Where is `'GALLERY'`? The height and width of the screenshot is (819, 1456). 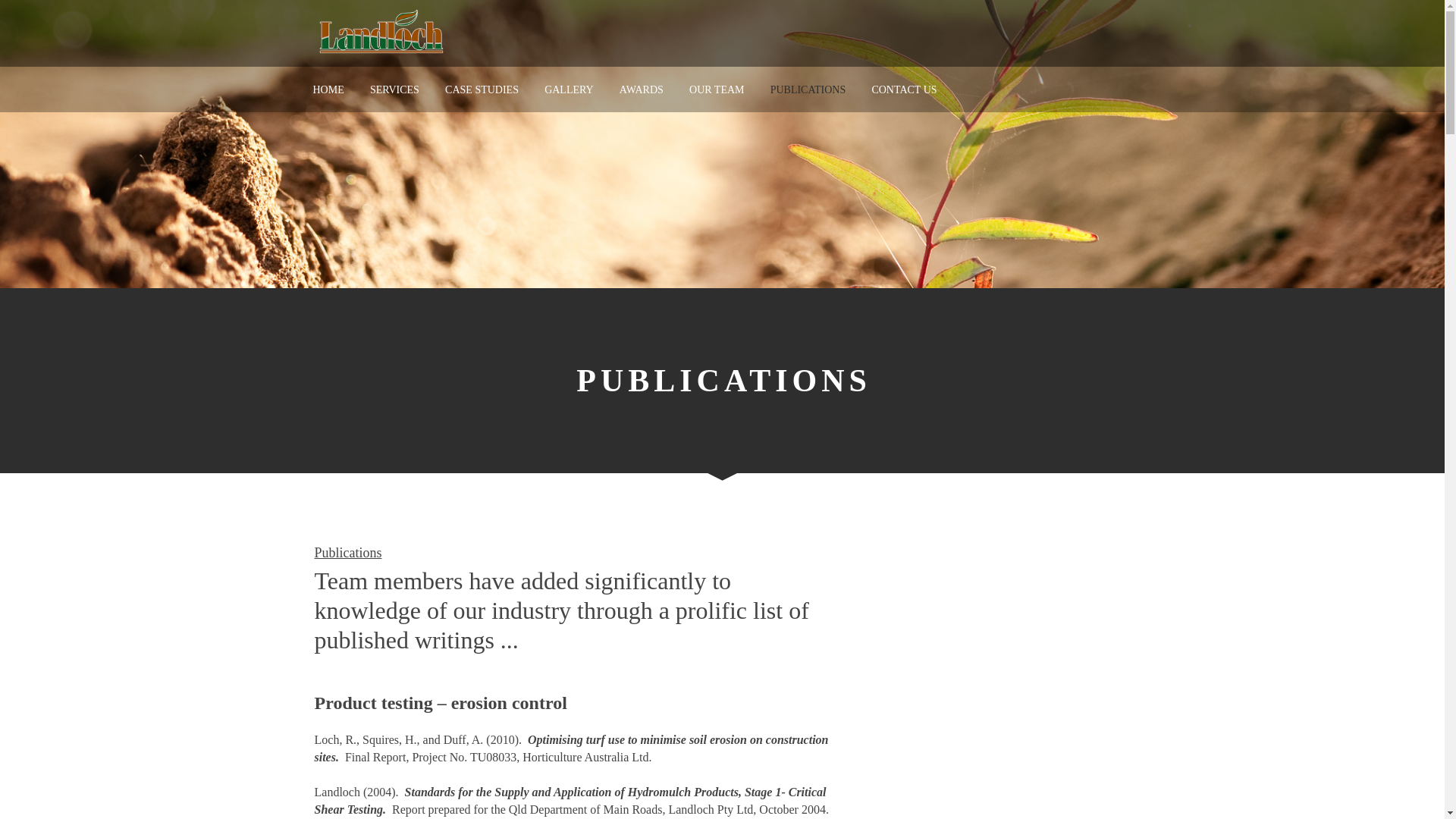
'GALLERY' is located at coordinates (568, 89).